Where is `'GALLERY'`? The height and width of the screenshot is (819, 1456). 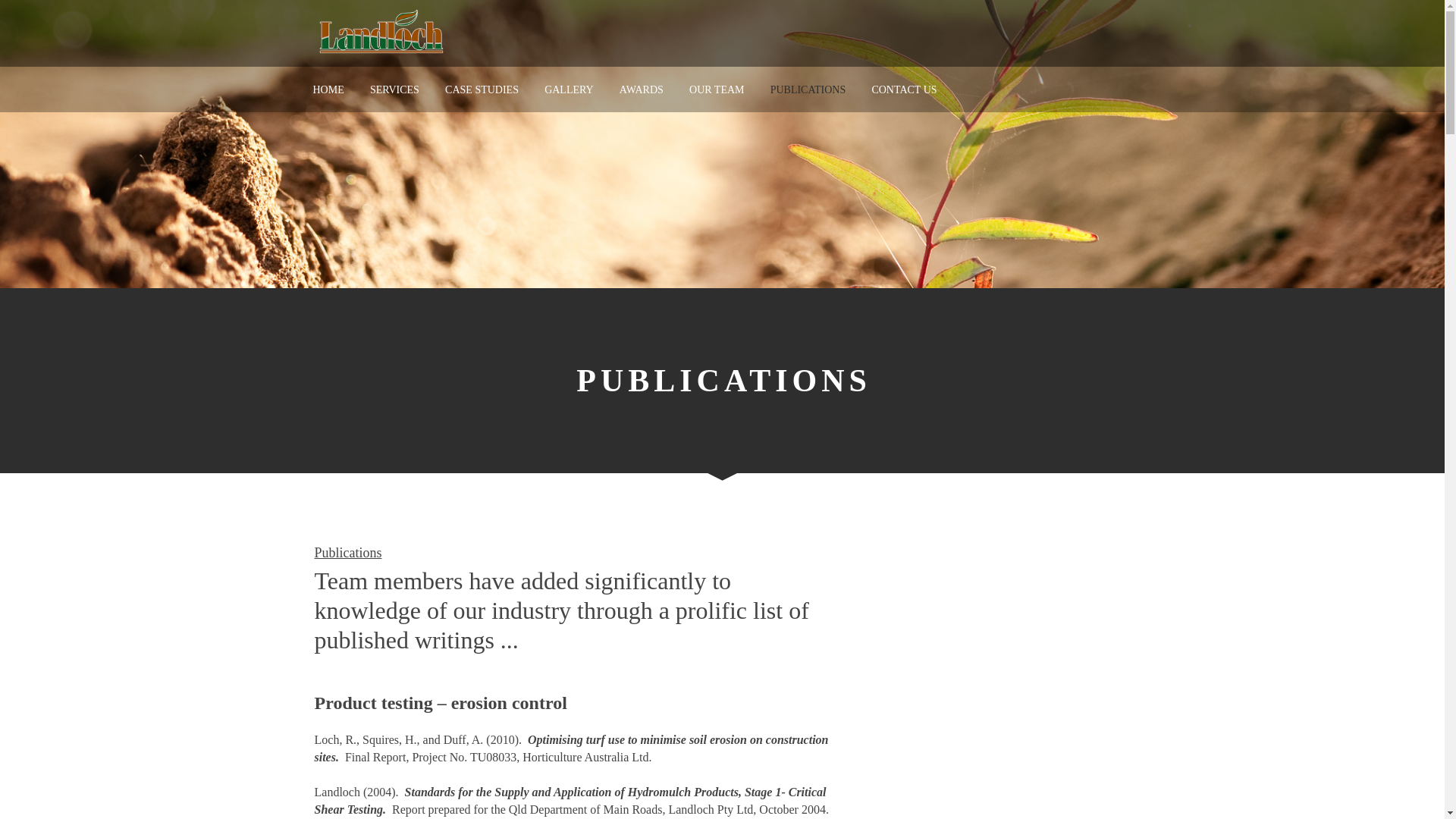
'GALLERY' is located at coordinates (568, 89).